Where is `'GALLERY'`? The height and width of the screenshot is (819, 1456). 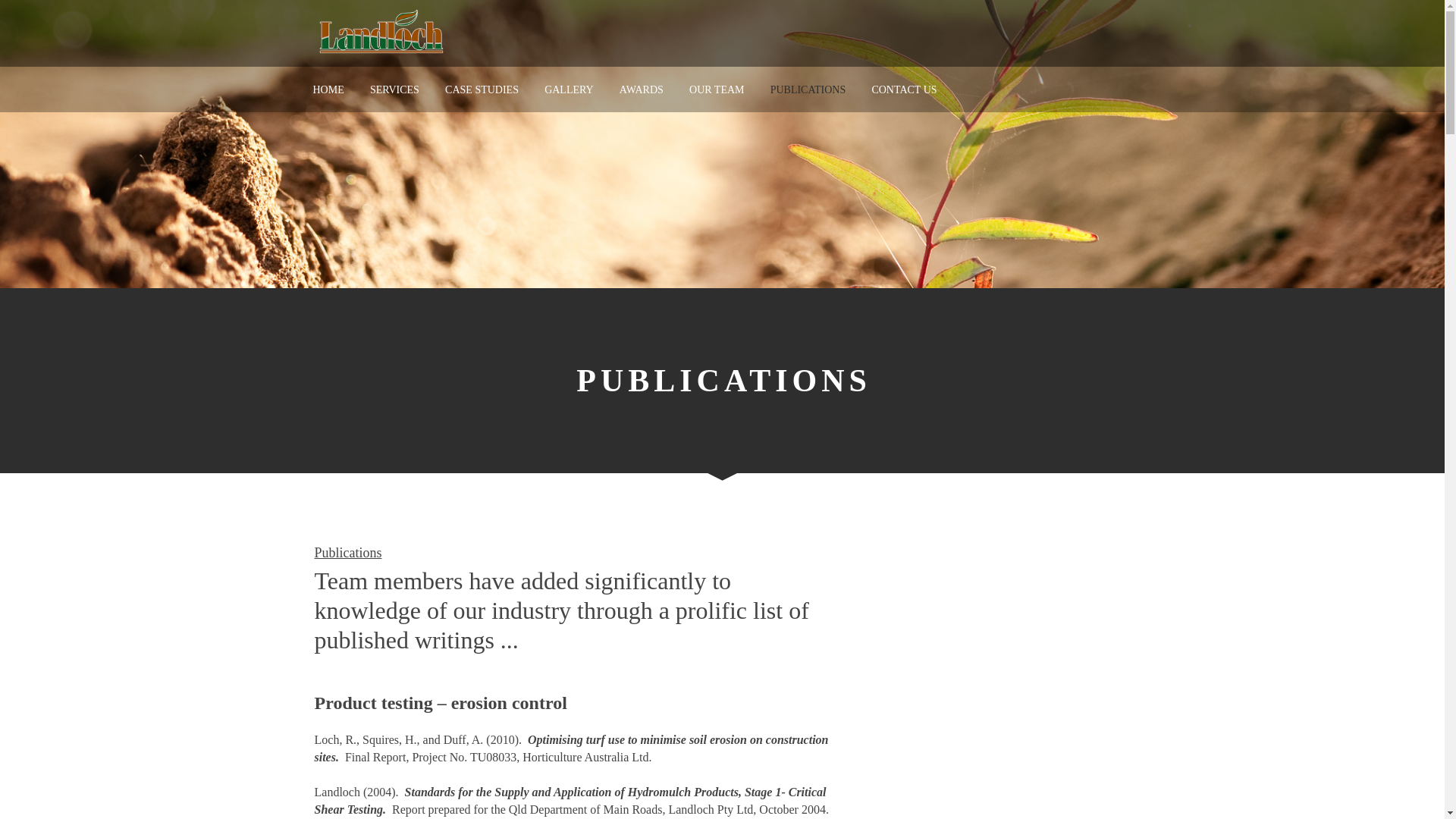
'GALLERY' is located at coordinates (568, 89).